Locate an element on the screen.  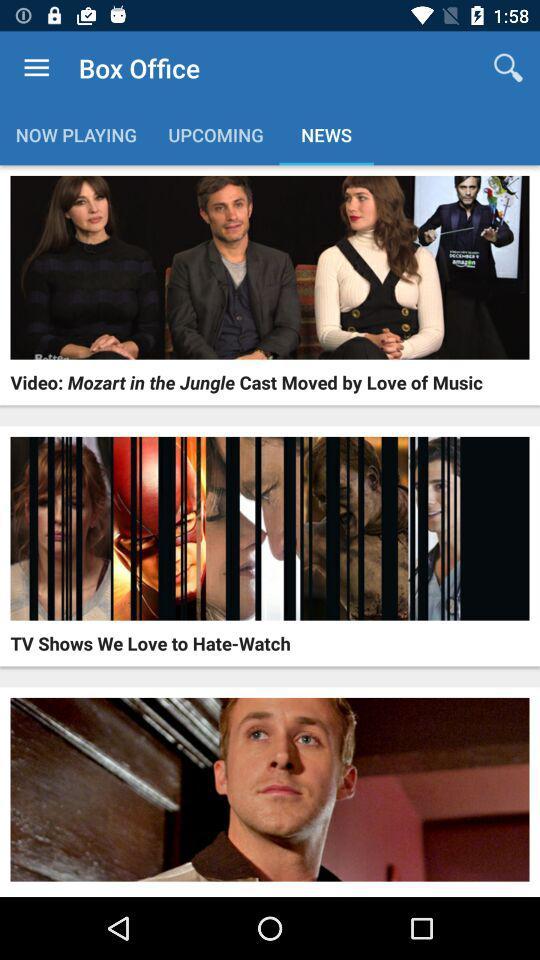
tv shows we icon is located at coordinates (149, 642).